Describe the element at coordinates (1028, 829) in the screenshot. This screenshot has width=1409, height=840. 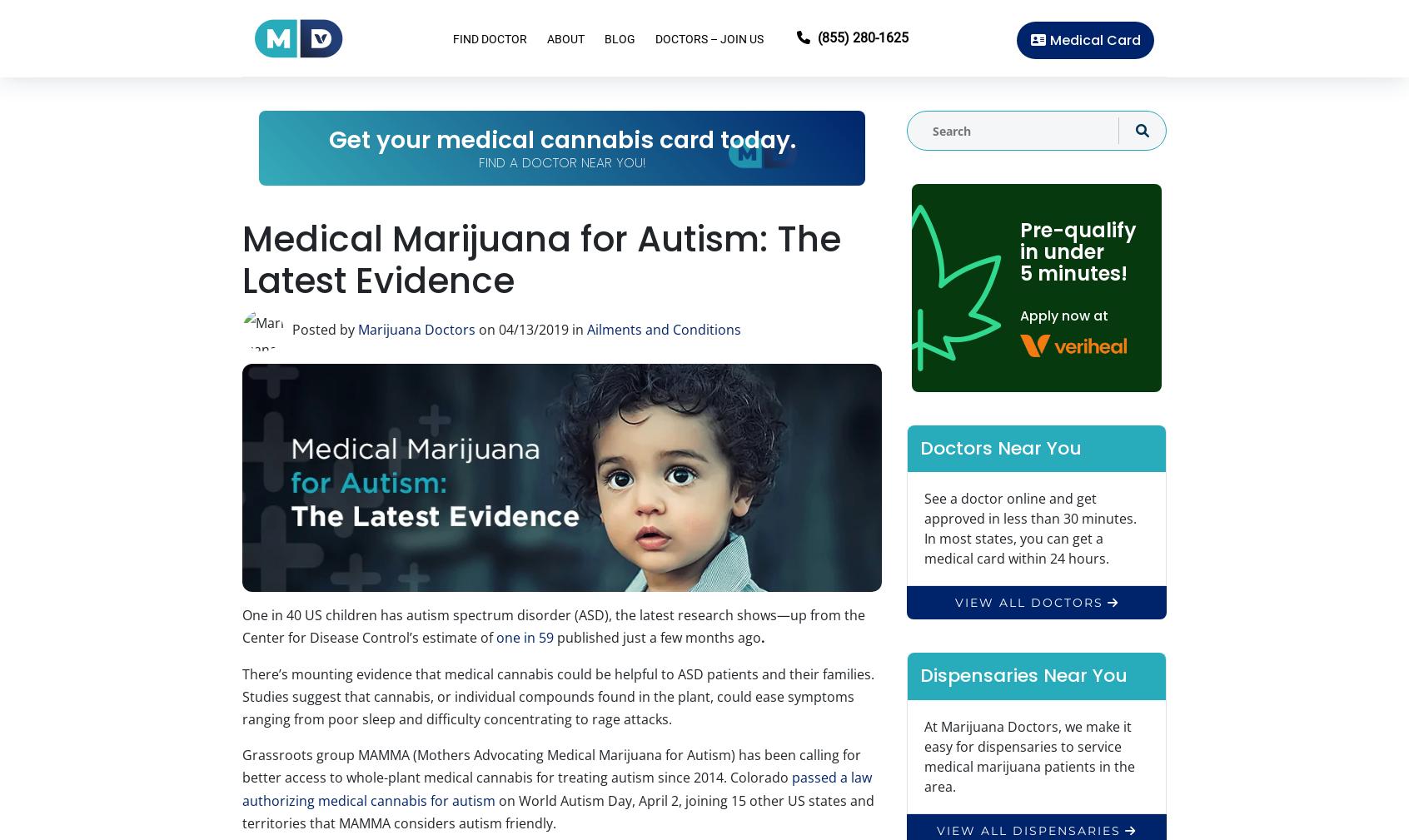
I see `'view all dispensaries'` at that location.